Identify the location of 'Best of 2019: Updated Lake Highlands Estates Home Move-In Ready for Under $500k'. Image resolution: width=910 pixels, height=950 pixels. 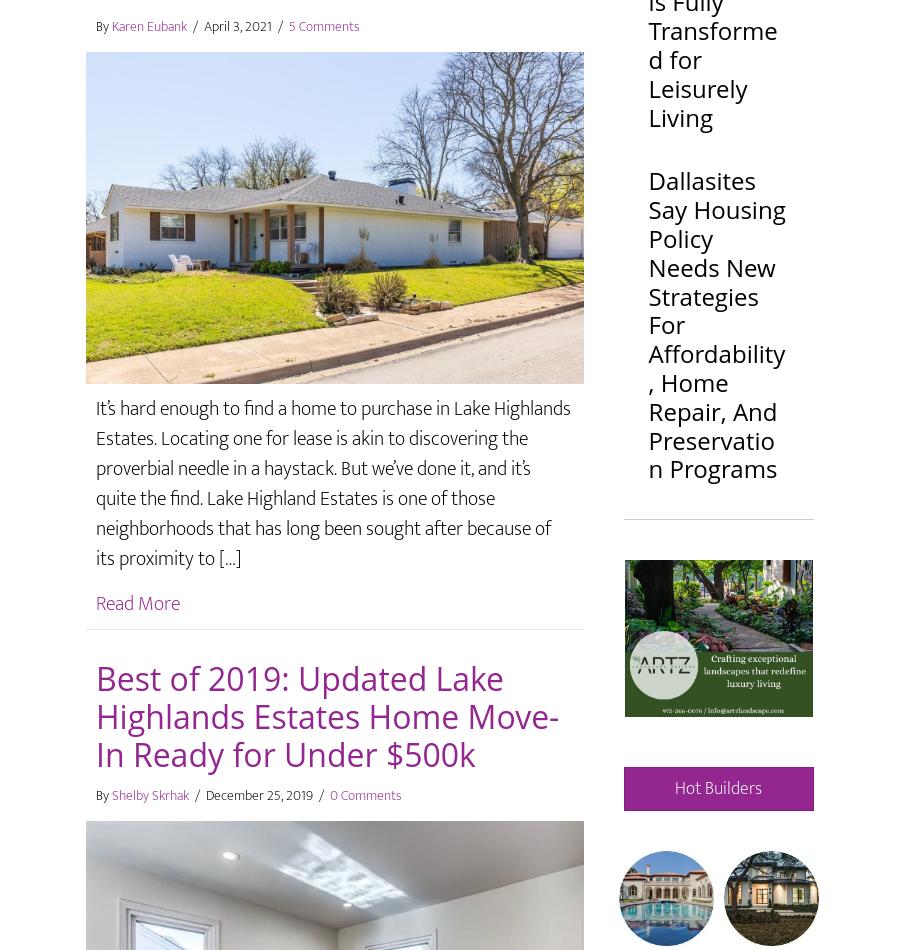
(326, 715).